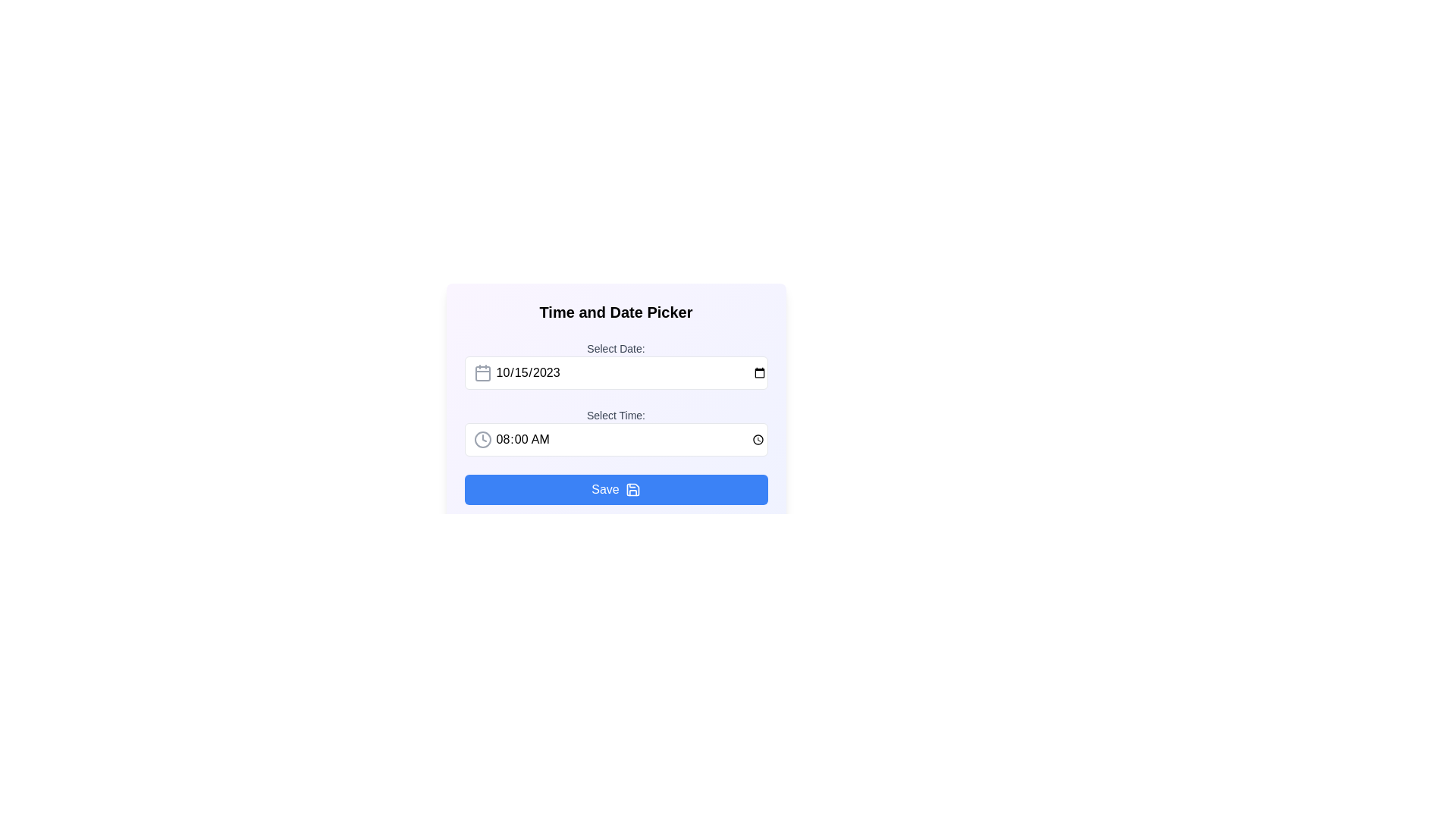 The image size is (1456, 819). Describe the element at coordinates (616, 348) in the screenshot. I see `the Text label that provides context for the date input field, located near the top of the date picker interface, directly above the date input field` at that location.